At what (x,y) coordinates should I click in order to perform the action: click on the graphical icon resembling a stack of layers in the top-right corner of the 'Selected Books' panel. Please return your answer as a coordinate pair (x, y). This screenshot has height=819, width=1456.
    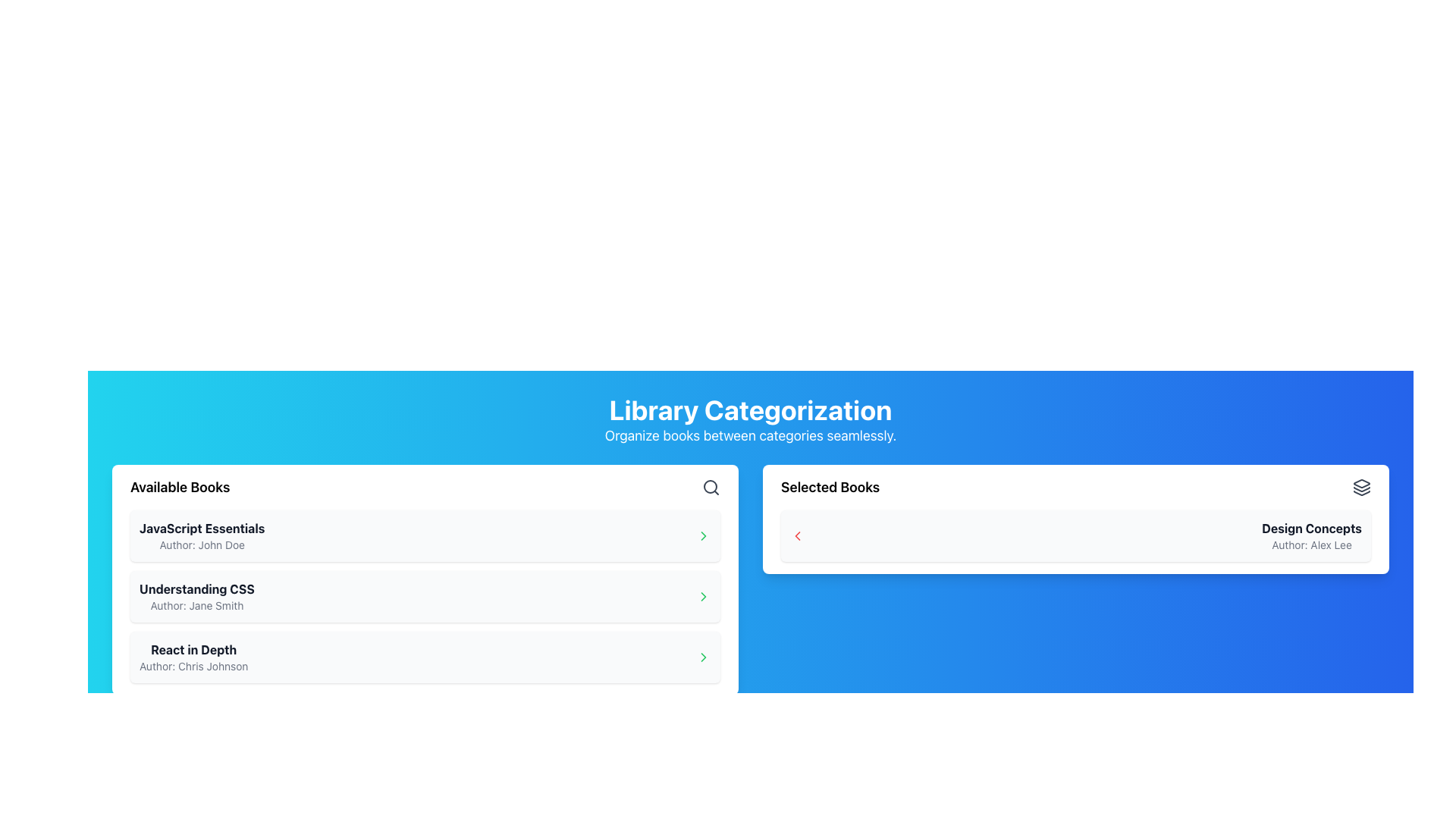
    Looking at the image, I should click on (1361, 488).